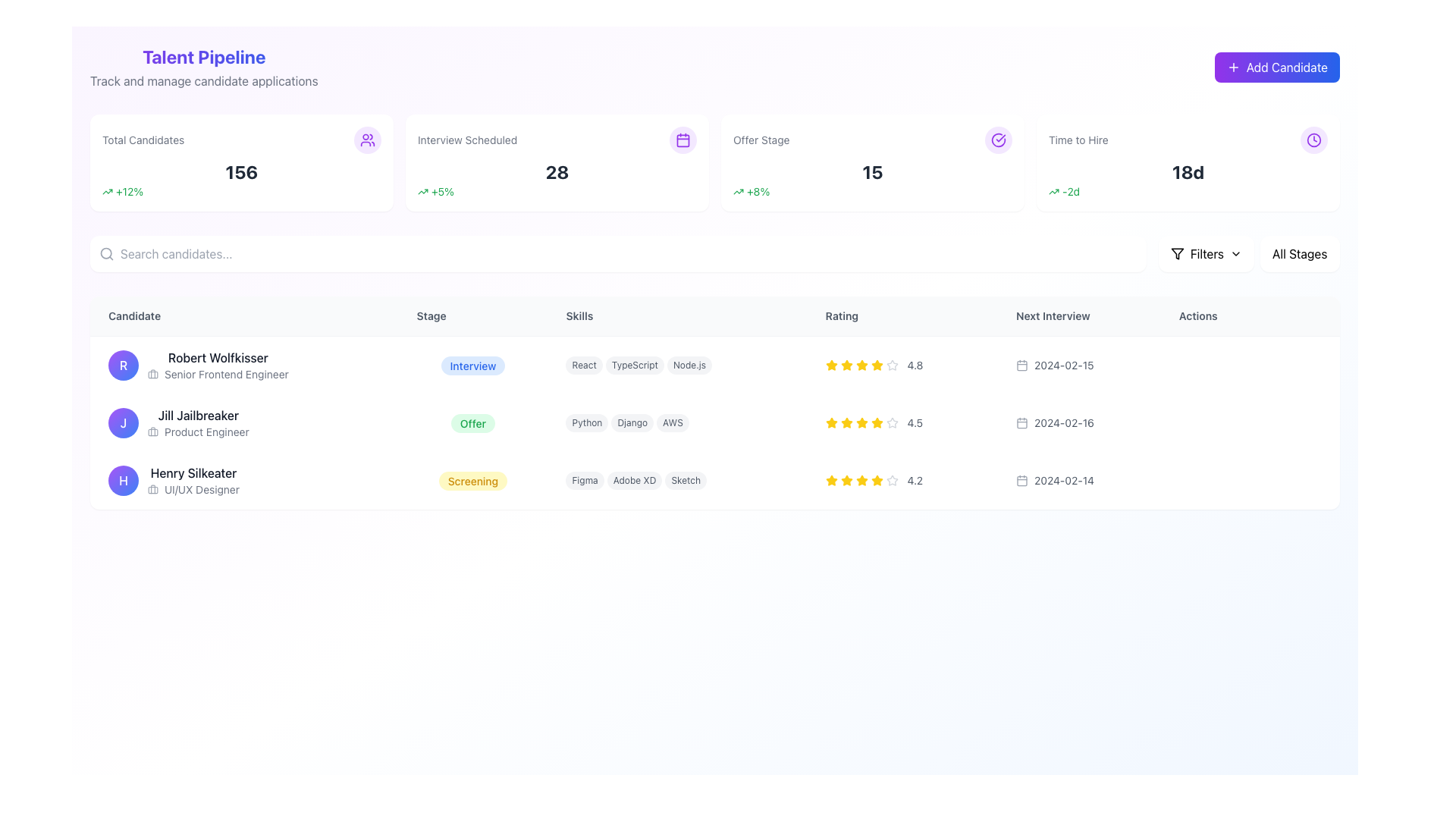 This screenshot has width=1456, height=819. What do you see at coordinates (902, 480) in the screenshot?
I see `the rating score displayed as '4.2' in the Rating Display, which consists of five stars colored yellow and gray located in the 'Rating' column of Henry Silkeater's row` at bounding box center [902, 480].